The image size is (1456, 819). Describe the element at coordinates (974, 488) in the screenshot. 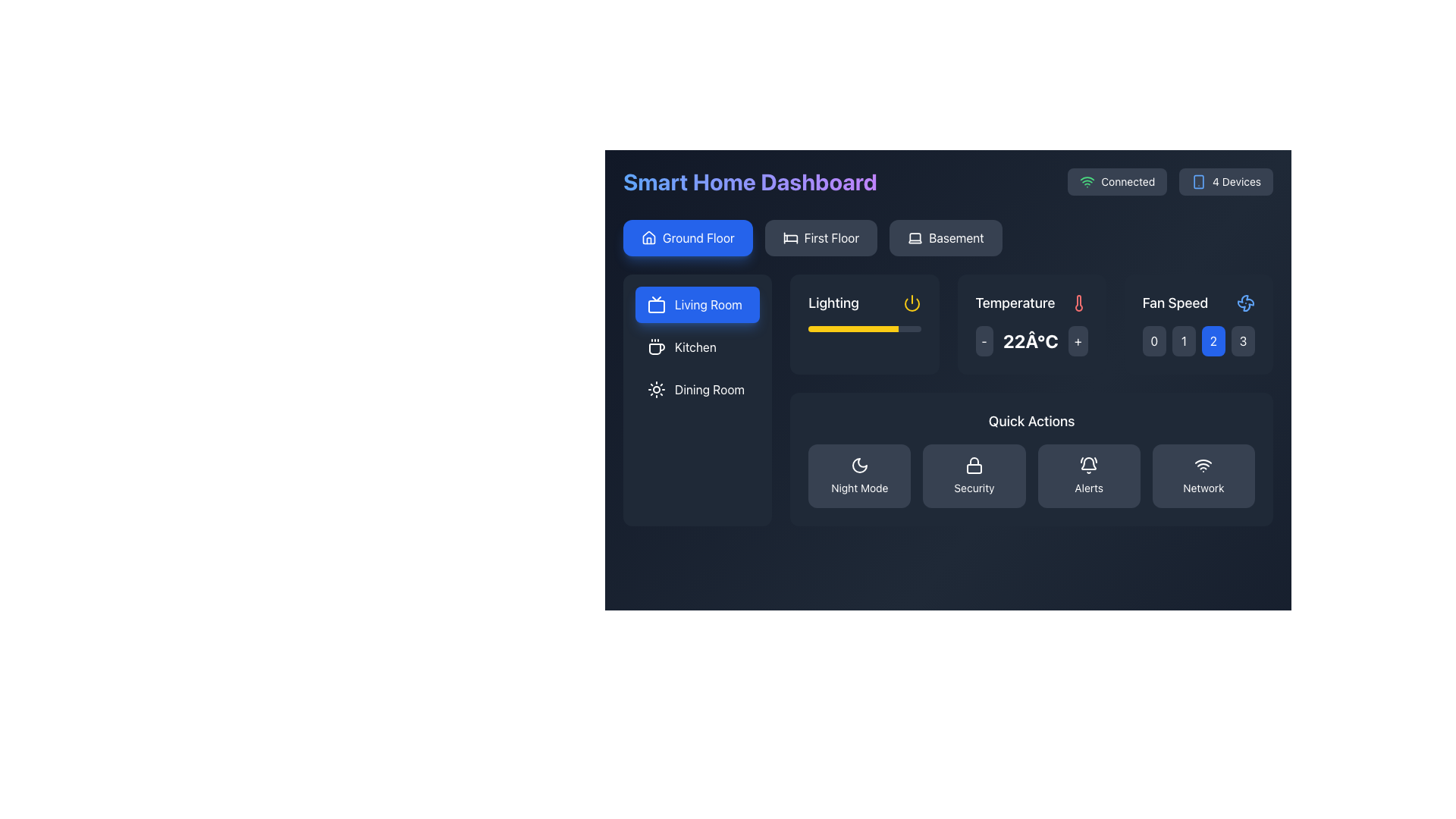

I see `the text label for the 'Security' button, which provides a description for its functionality in the 'Quick Actions' section` at that location.